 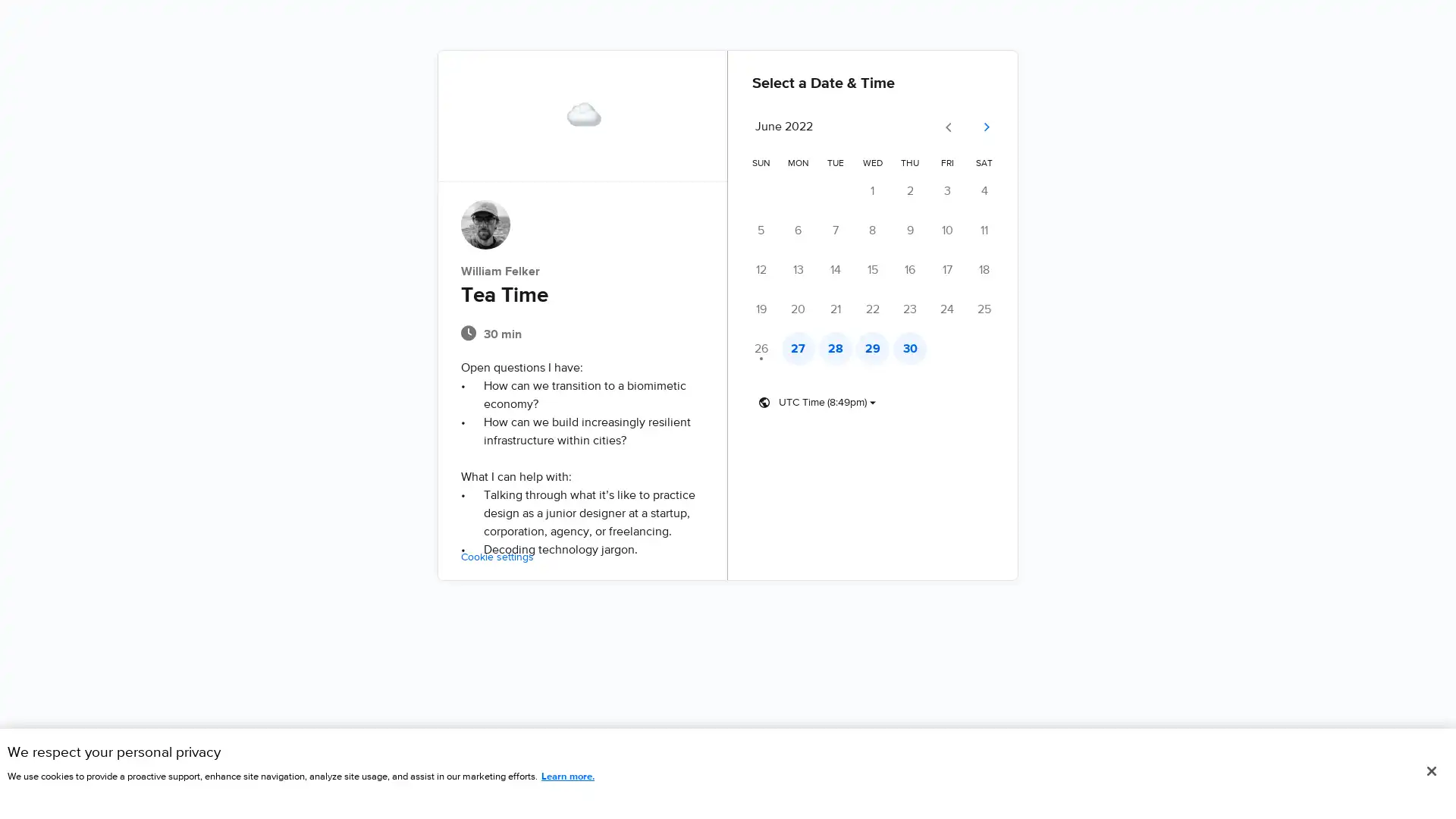 What do you see at coordinates (839, 348) in the screenshot?
I see `Tuesday, June 28 - Times available` at bounding box center [839, 348].